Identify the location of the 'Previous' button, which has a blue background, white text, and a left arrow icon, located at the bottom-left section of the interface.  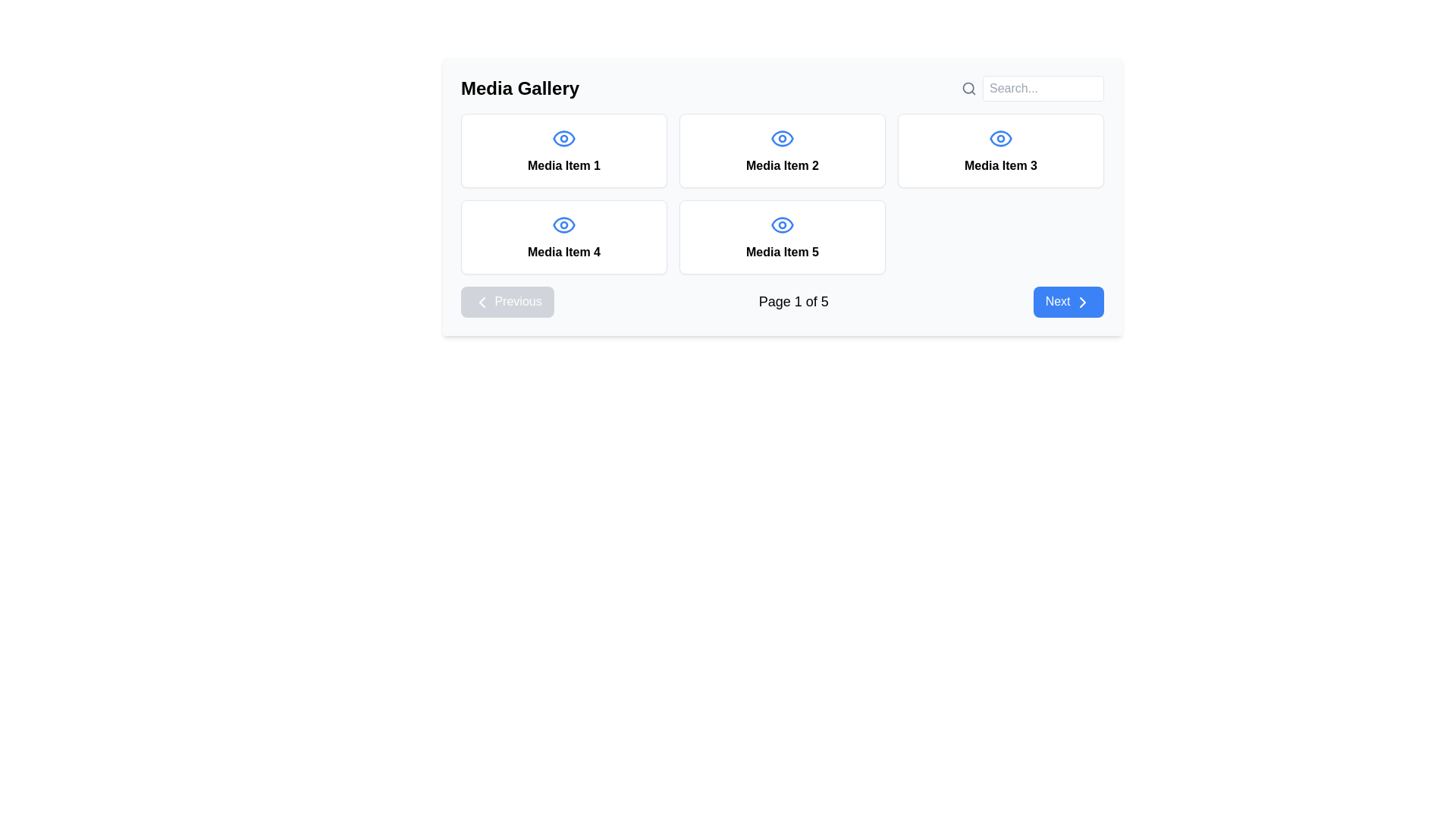
(507, 302).